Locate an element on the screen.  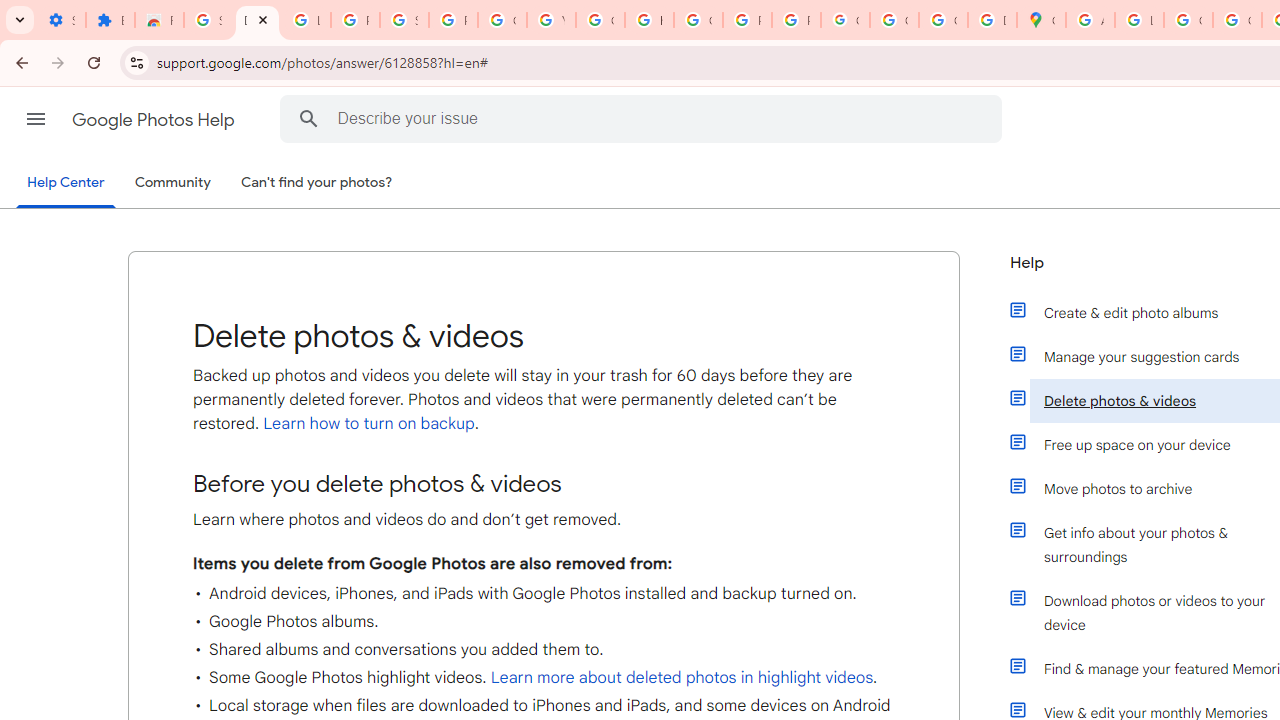
'YouTube' is located at coordinates (551, 20).